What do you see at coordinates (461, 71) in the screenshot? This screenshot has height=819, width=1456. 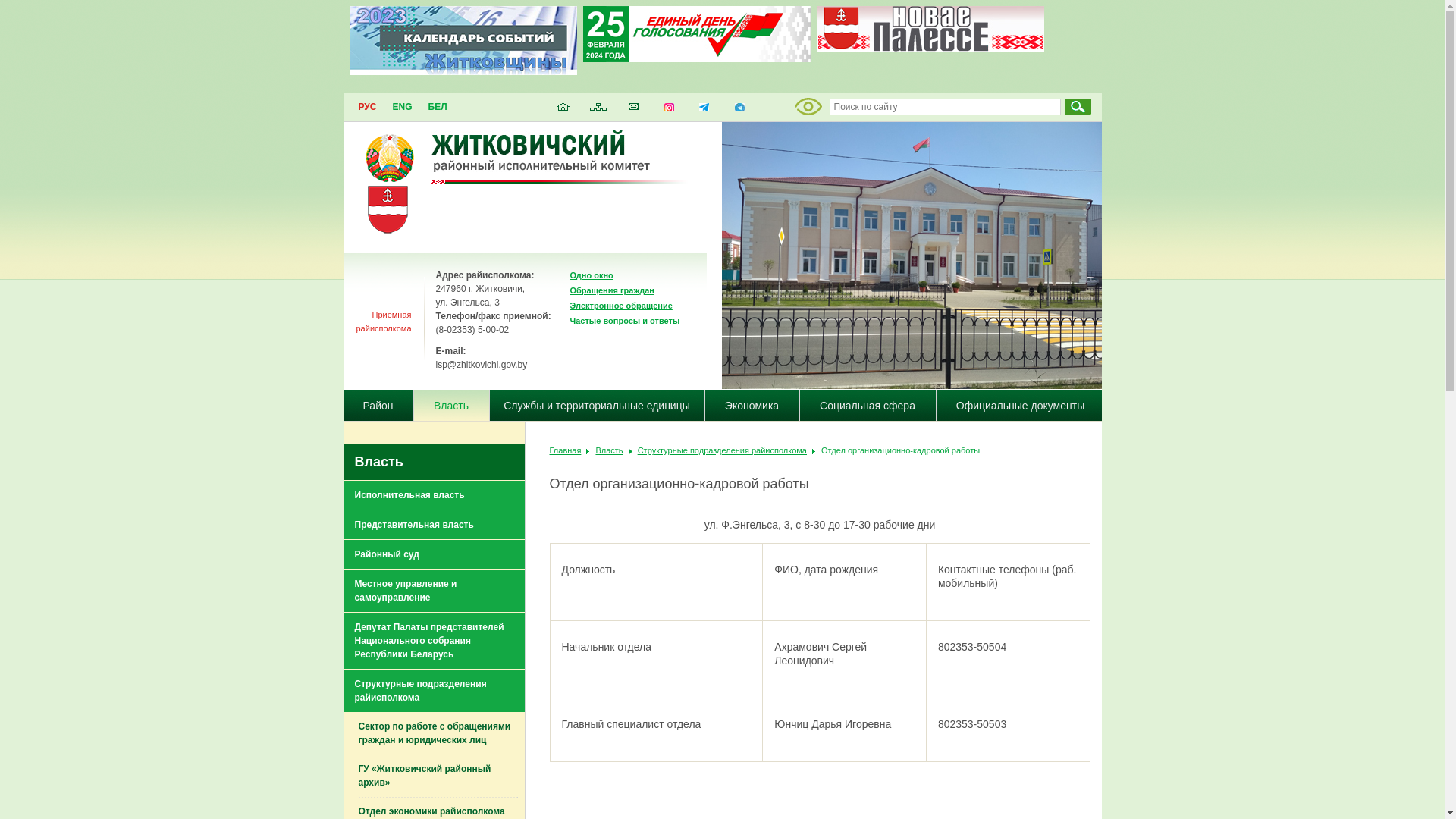 I see `'kalendar23'` at bounding box center [461, 71].